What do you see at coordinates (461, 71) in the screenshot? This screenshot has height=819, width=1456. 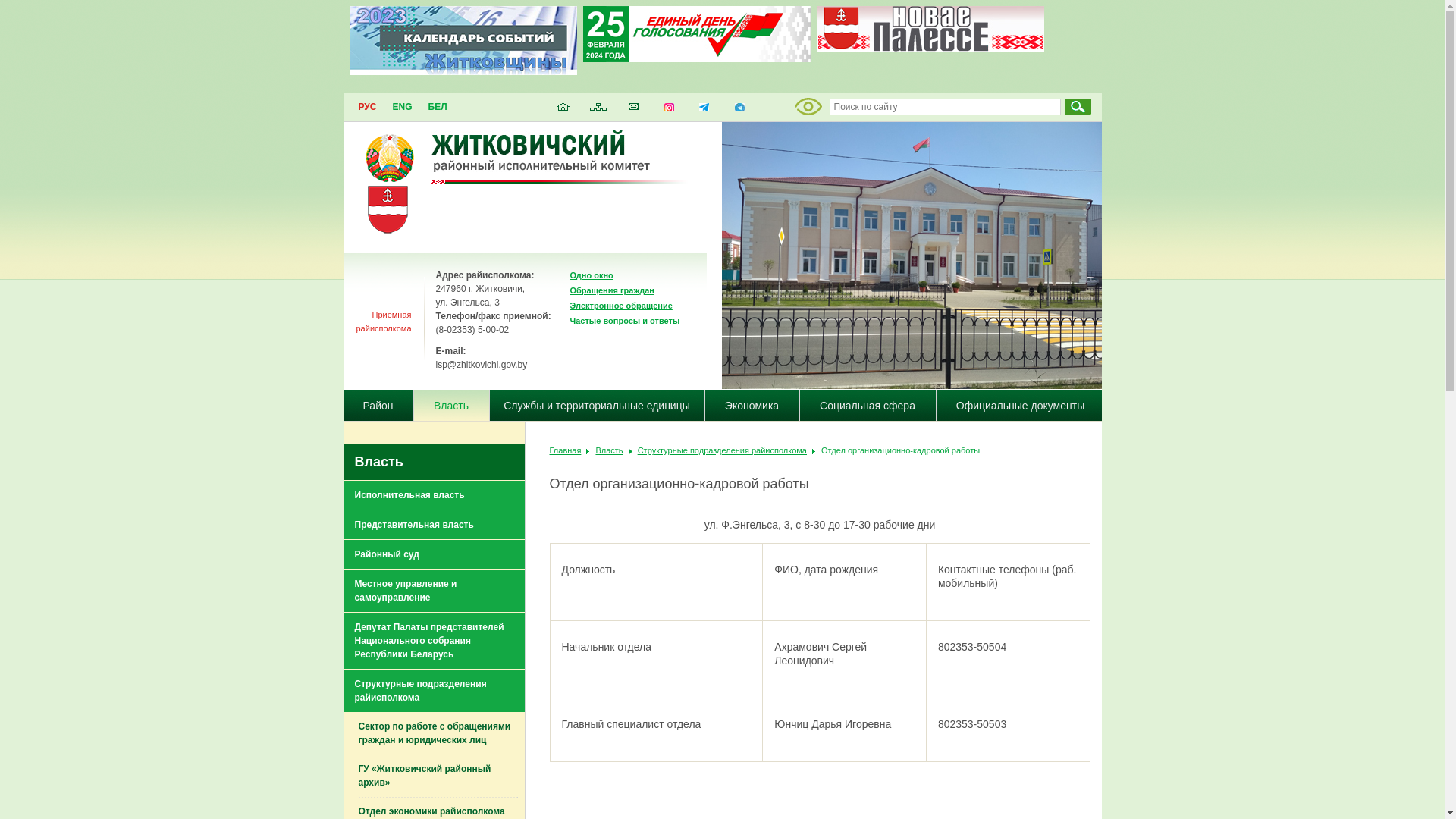 I see `'kalendar23'` at bounding box center [461, 71].